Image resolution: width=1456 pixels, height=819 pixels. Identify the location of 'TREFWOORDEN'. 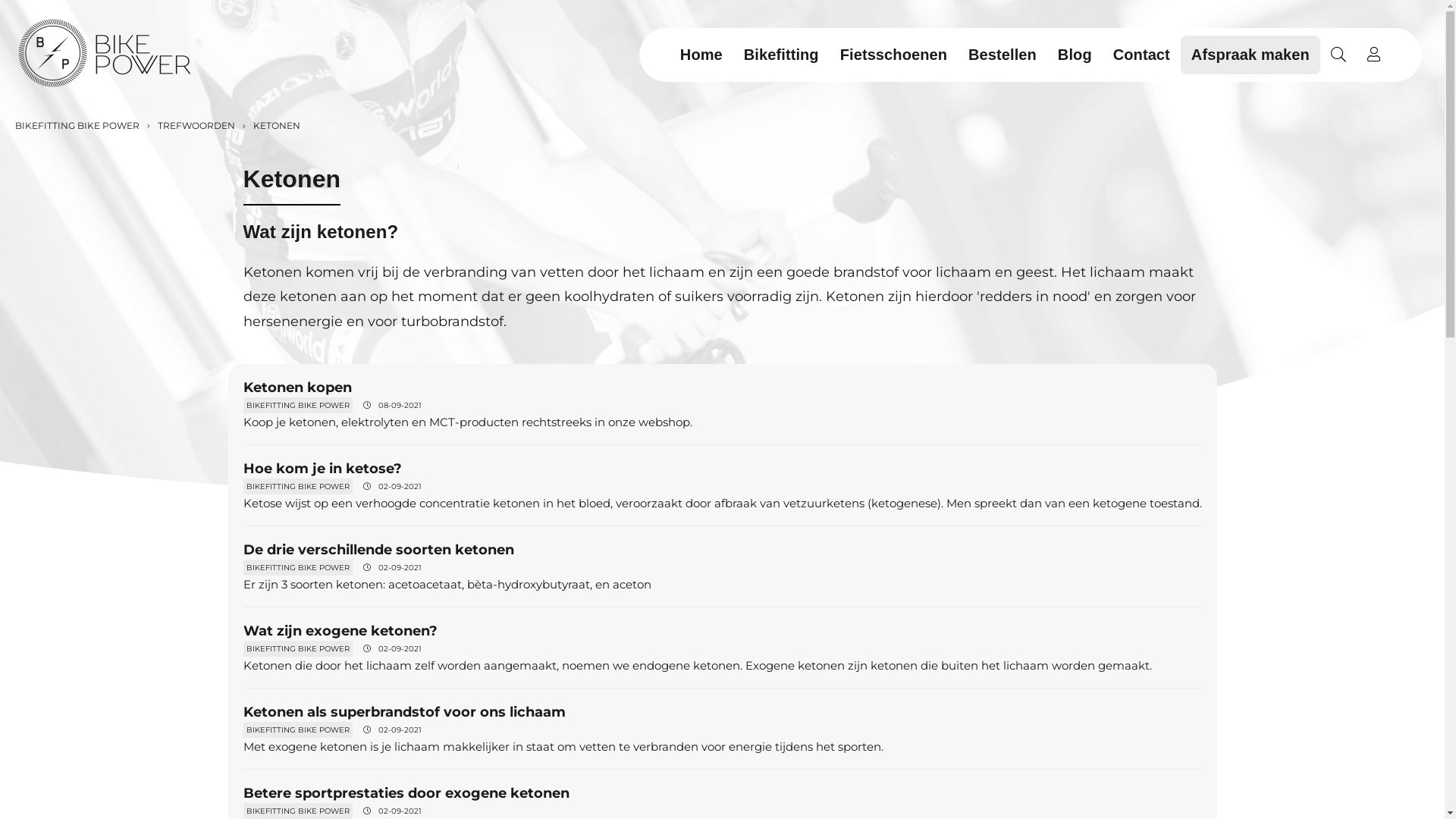
(194, 124).